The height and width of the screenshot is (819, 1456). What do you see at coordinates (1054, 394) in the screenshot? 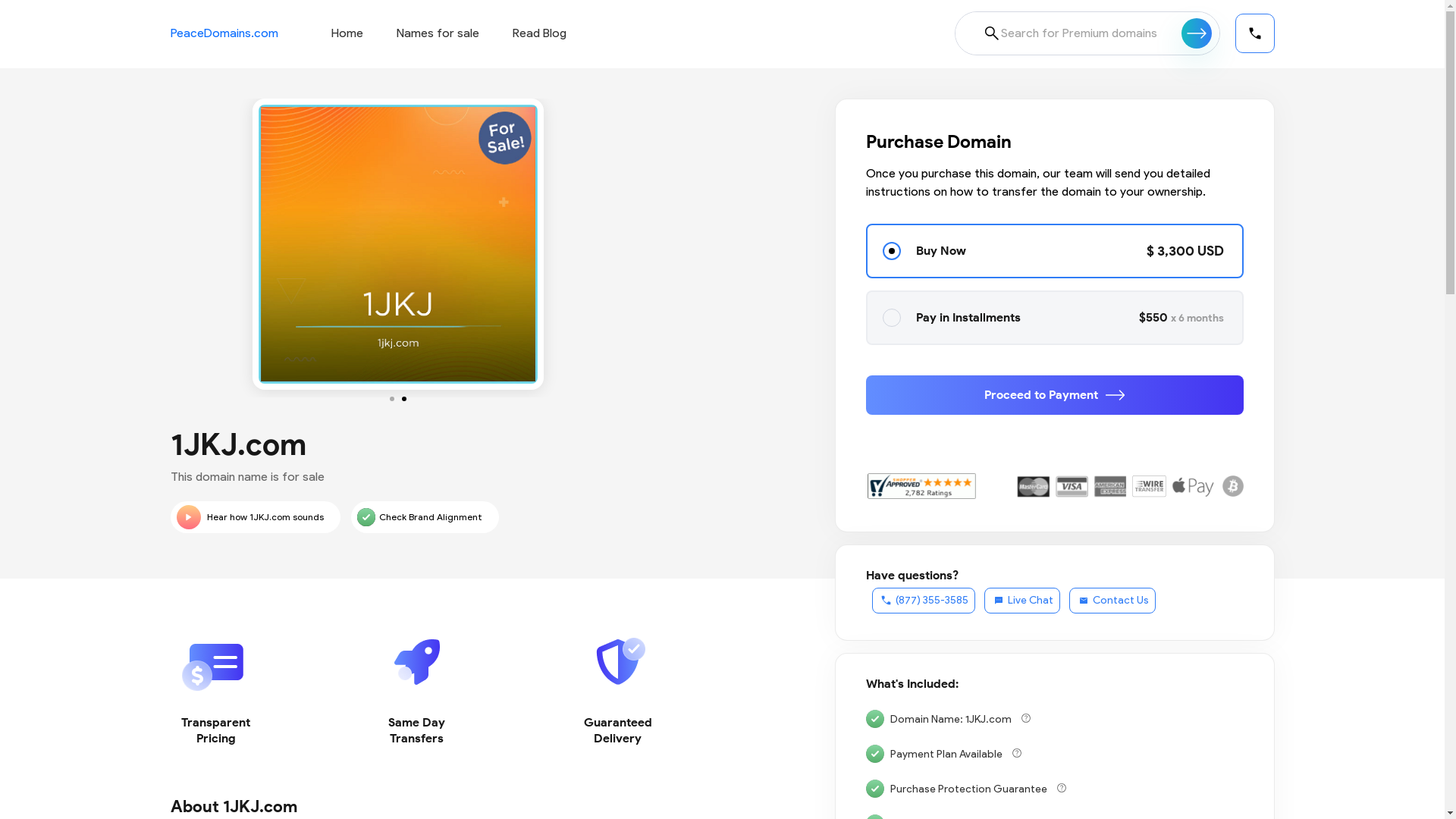
I see `'Proceed to Payment'` at bounding box center [1054, 394].